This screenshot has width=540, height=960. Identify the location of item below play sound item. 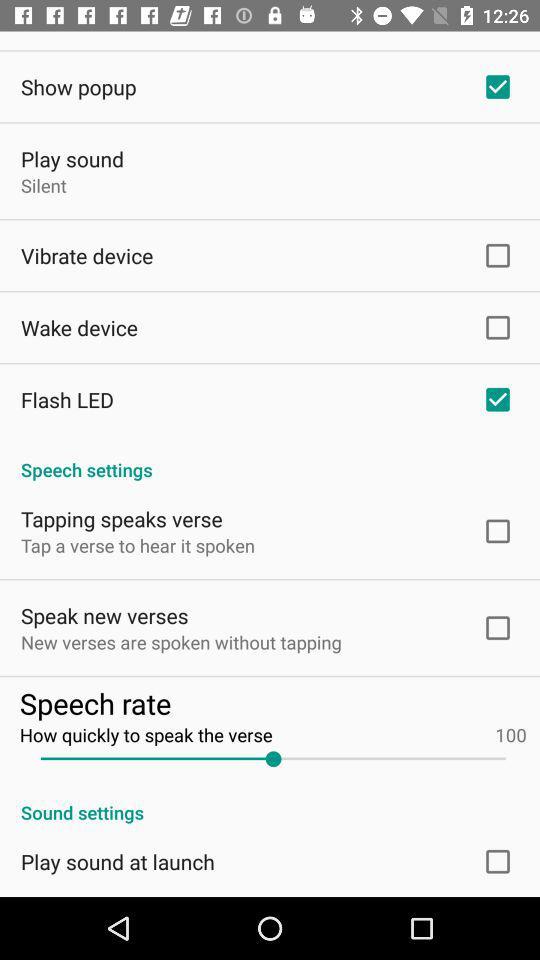
(43, 185).